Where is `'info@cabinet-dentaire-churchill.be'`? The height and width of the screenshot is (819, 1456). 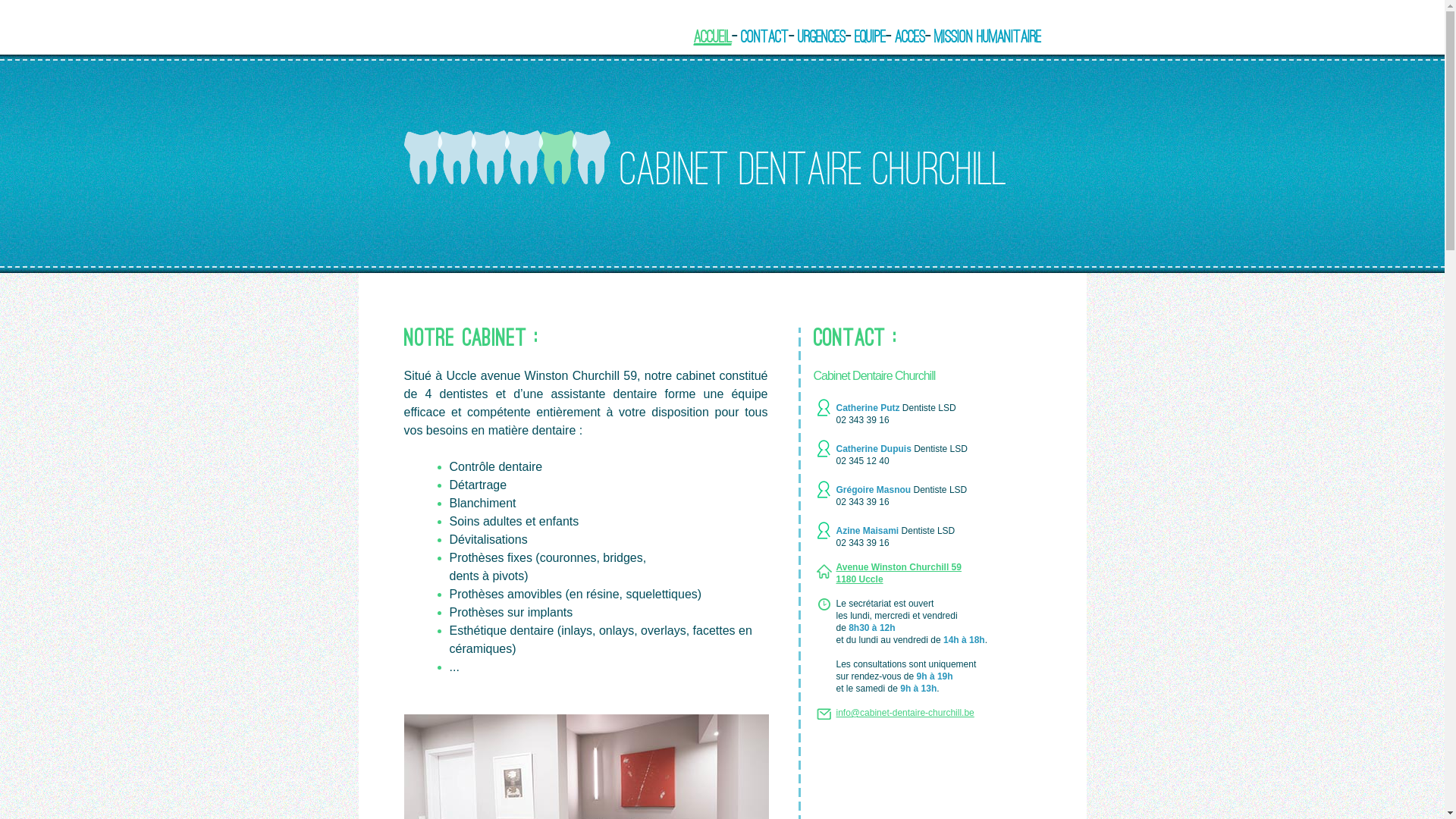
'info@cabinet-dentaire-churchill.be' is located at coordinates (905, 713).